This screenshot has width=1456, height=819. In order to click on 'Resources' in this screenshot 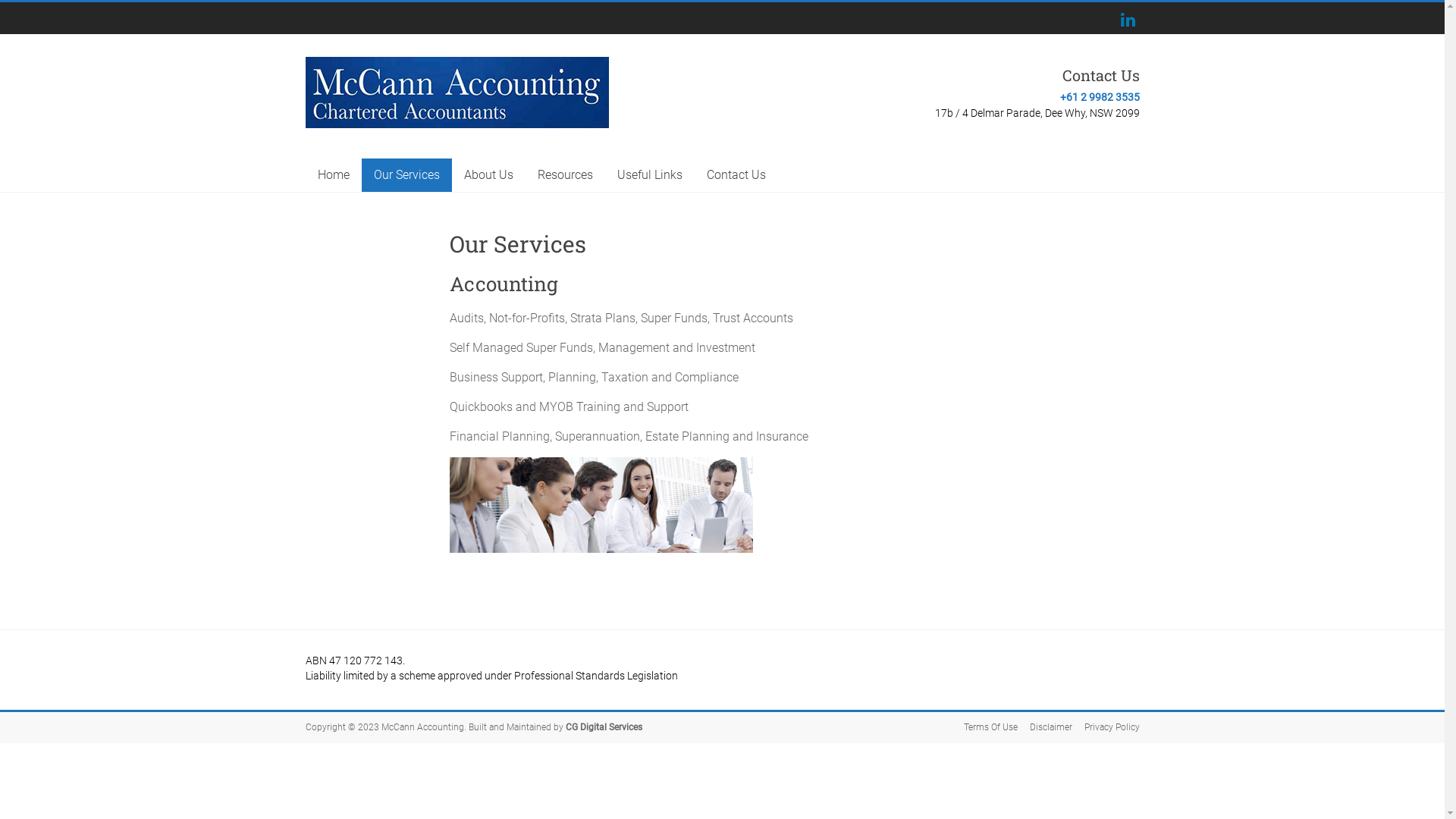, I will do `click(563, 174)`.